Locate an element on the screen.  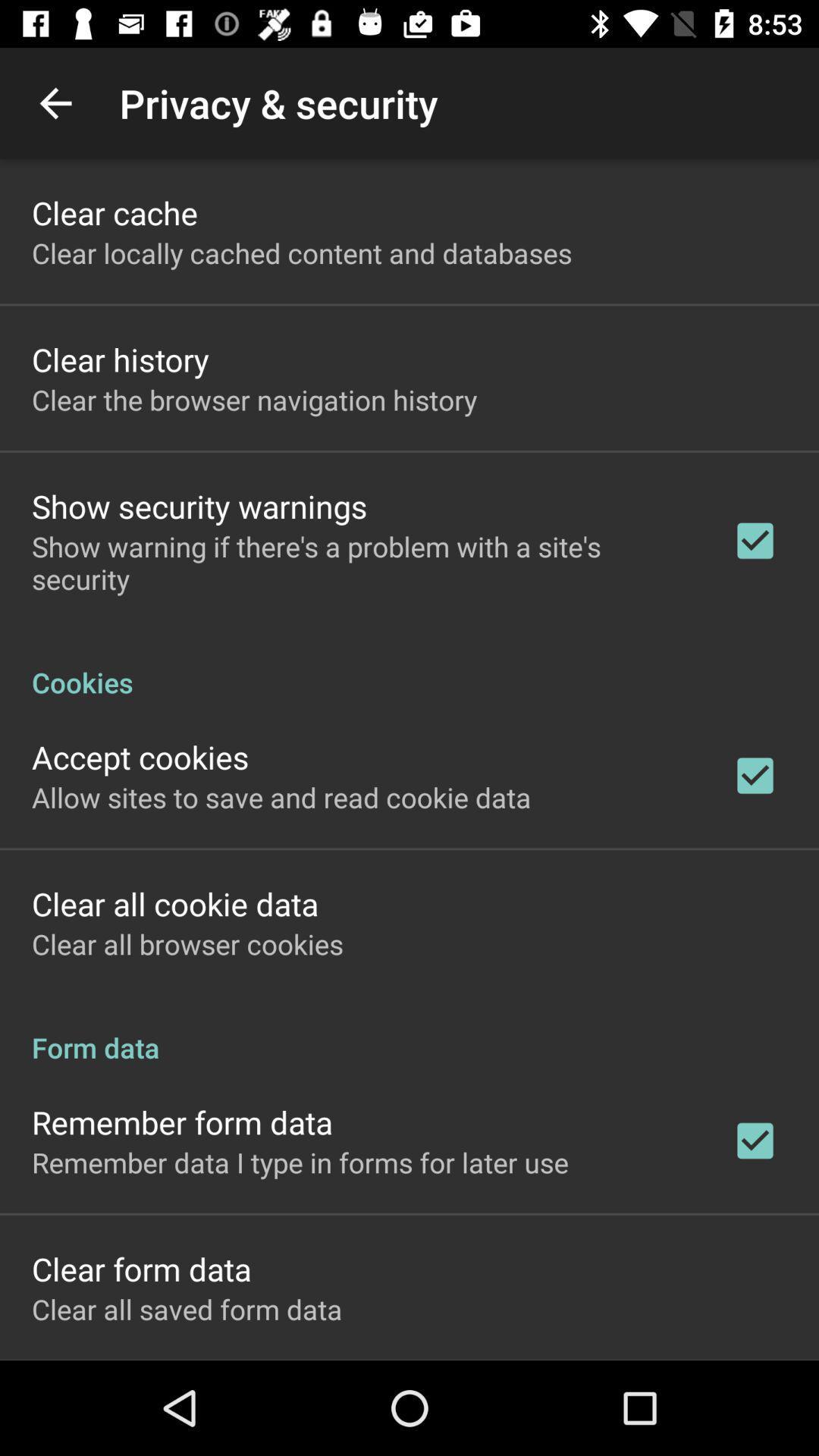
item above the clear locally cached is located at coordinates (114, 212).